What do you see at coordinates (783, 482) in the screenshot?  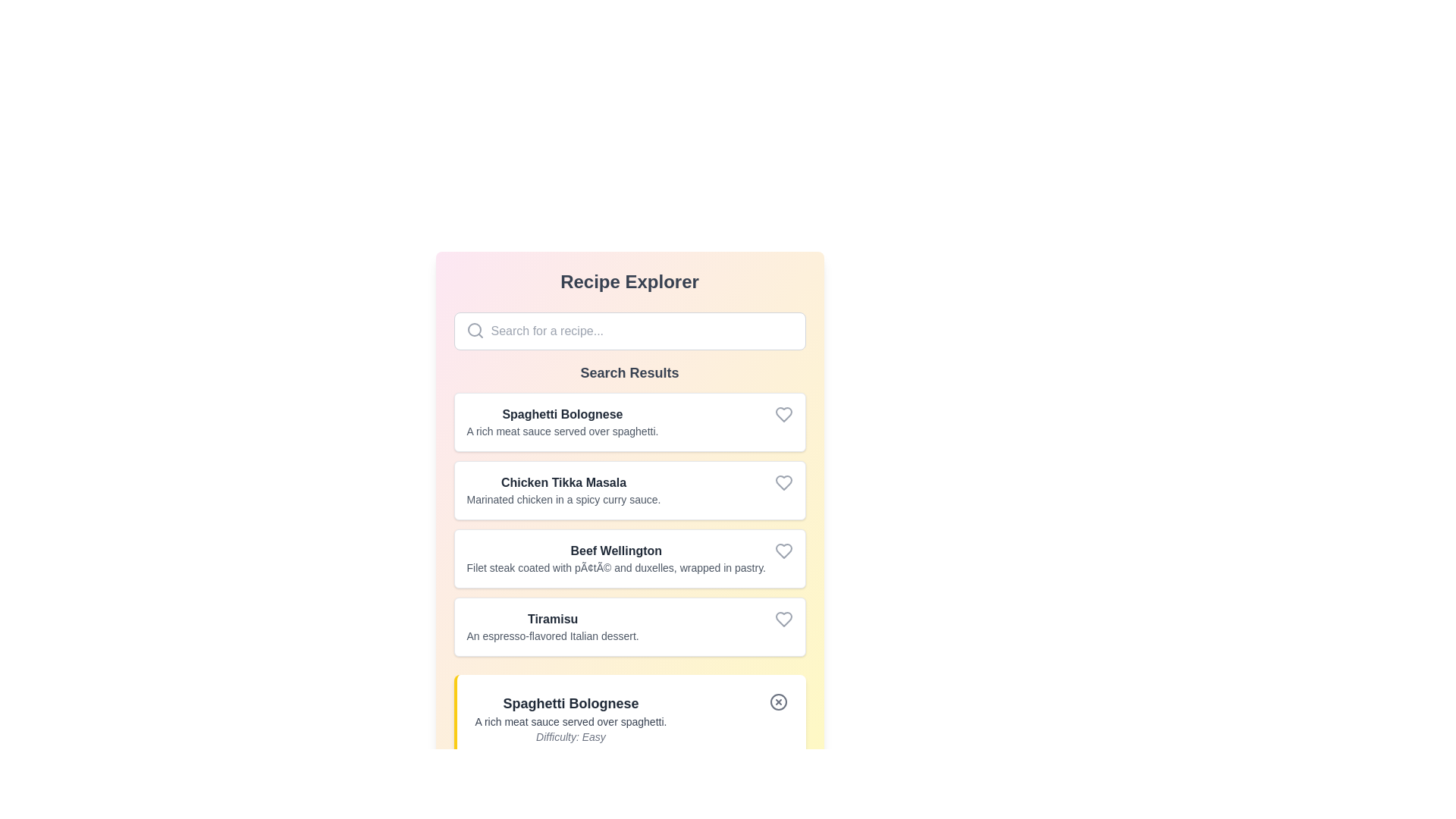 I see `the heart icon button in the top-right corner of the card for 'Chicken Tikka Masala'` at bounding box center [783, 482].